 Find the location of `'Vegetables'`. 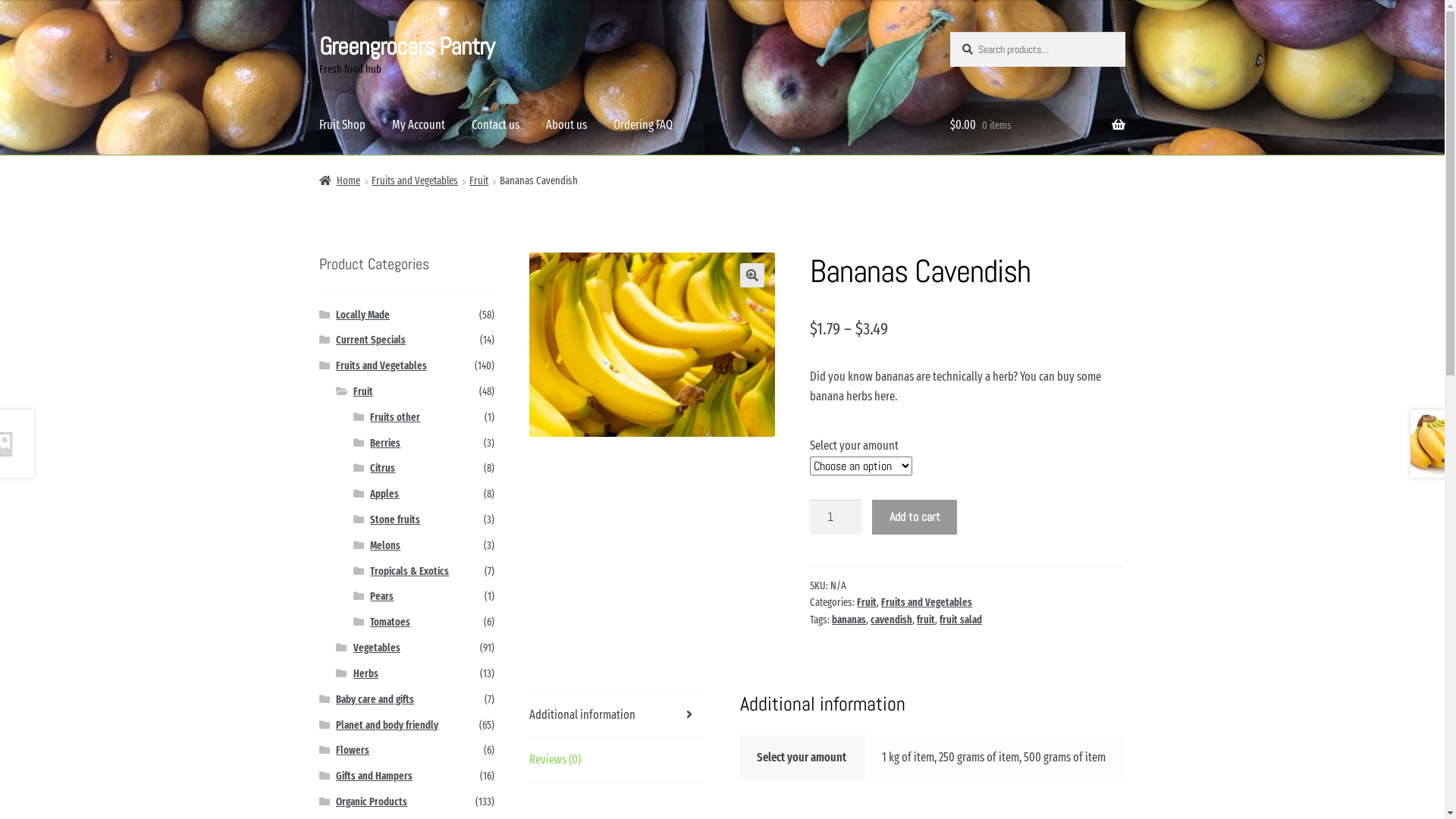

'Vegetables' is located at coordinates (377, 648).